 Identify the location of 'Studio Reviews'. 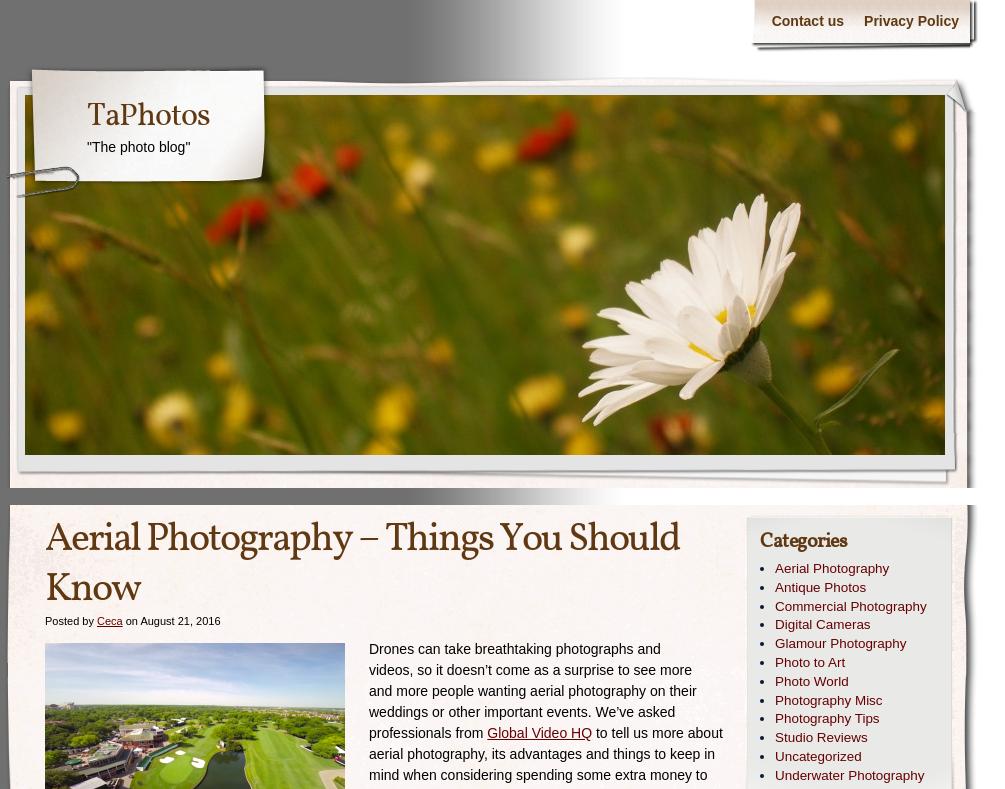
(820, 737).